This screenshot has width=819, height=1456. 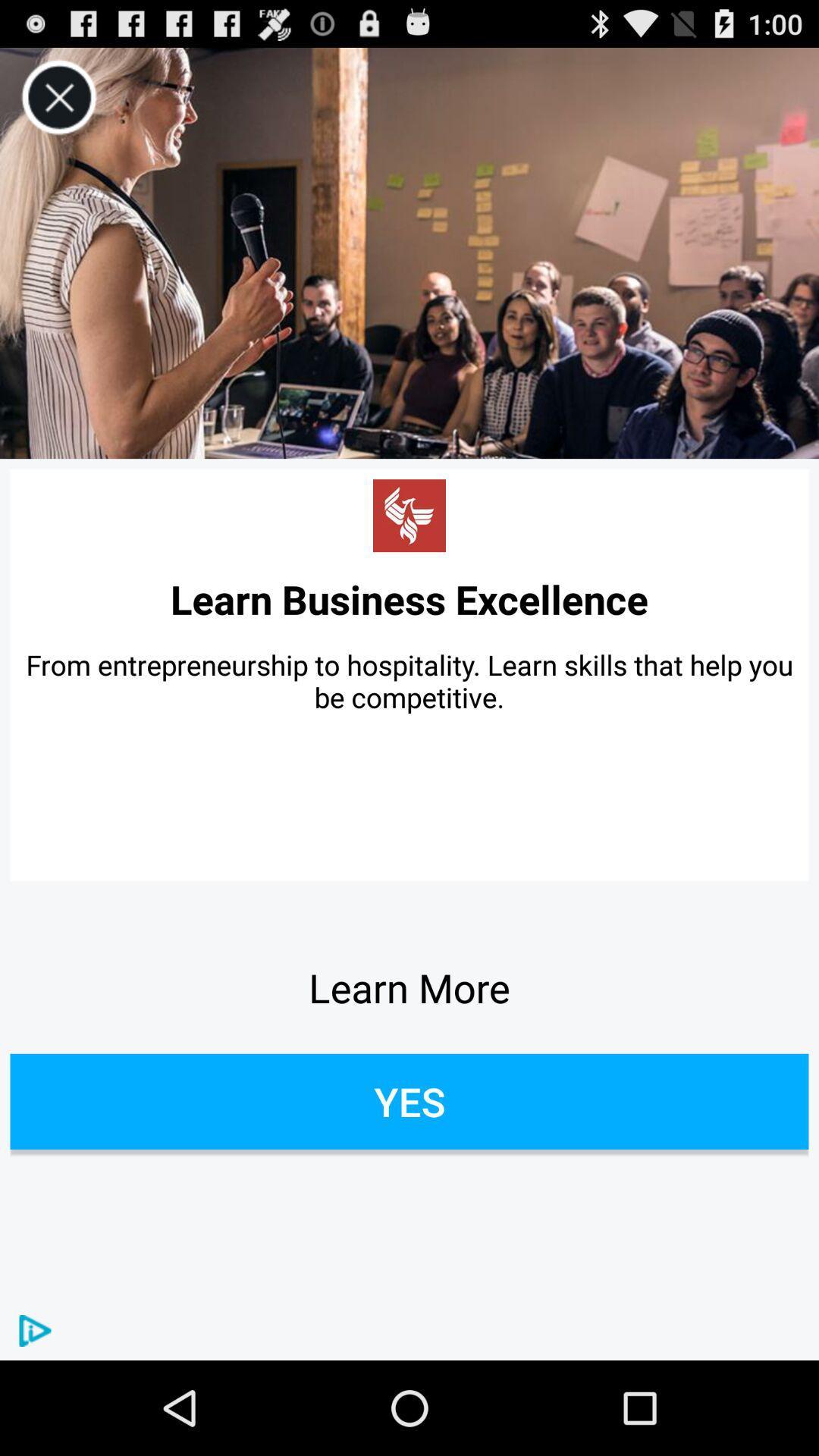 What do you see at coordinates (409, 1101) in the screenshot?
I see `yes` at bounding box center [409, 1101].